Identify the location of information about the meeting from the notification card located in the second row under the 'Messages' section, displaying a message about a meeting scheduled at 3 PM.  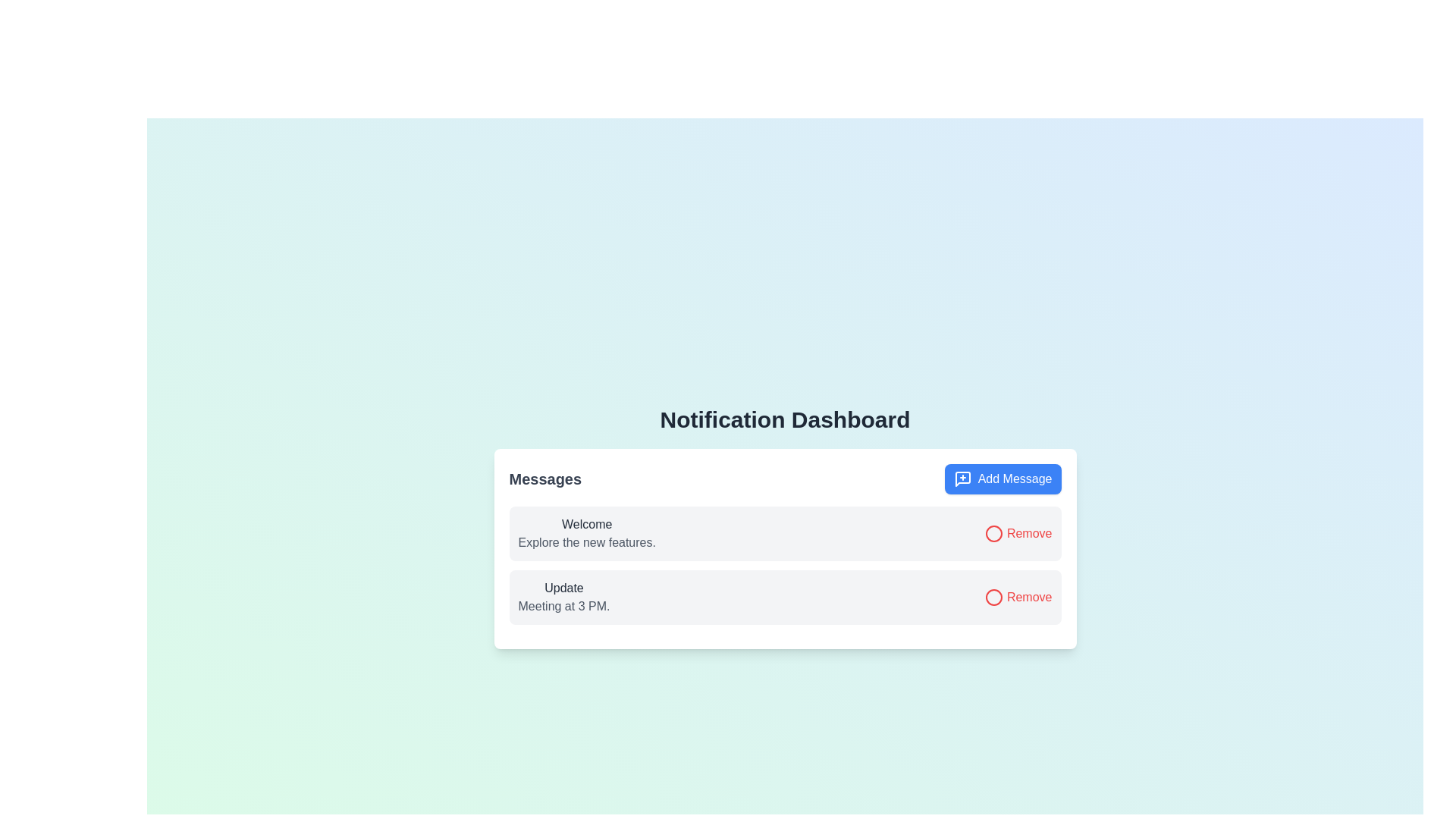
(785, 596).